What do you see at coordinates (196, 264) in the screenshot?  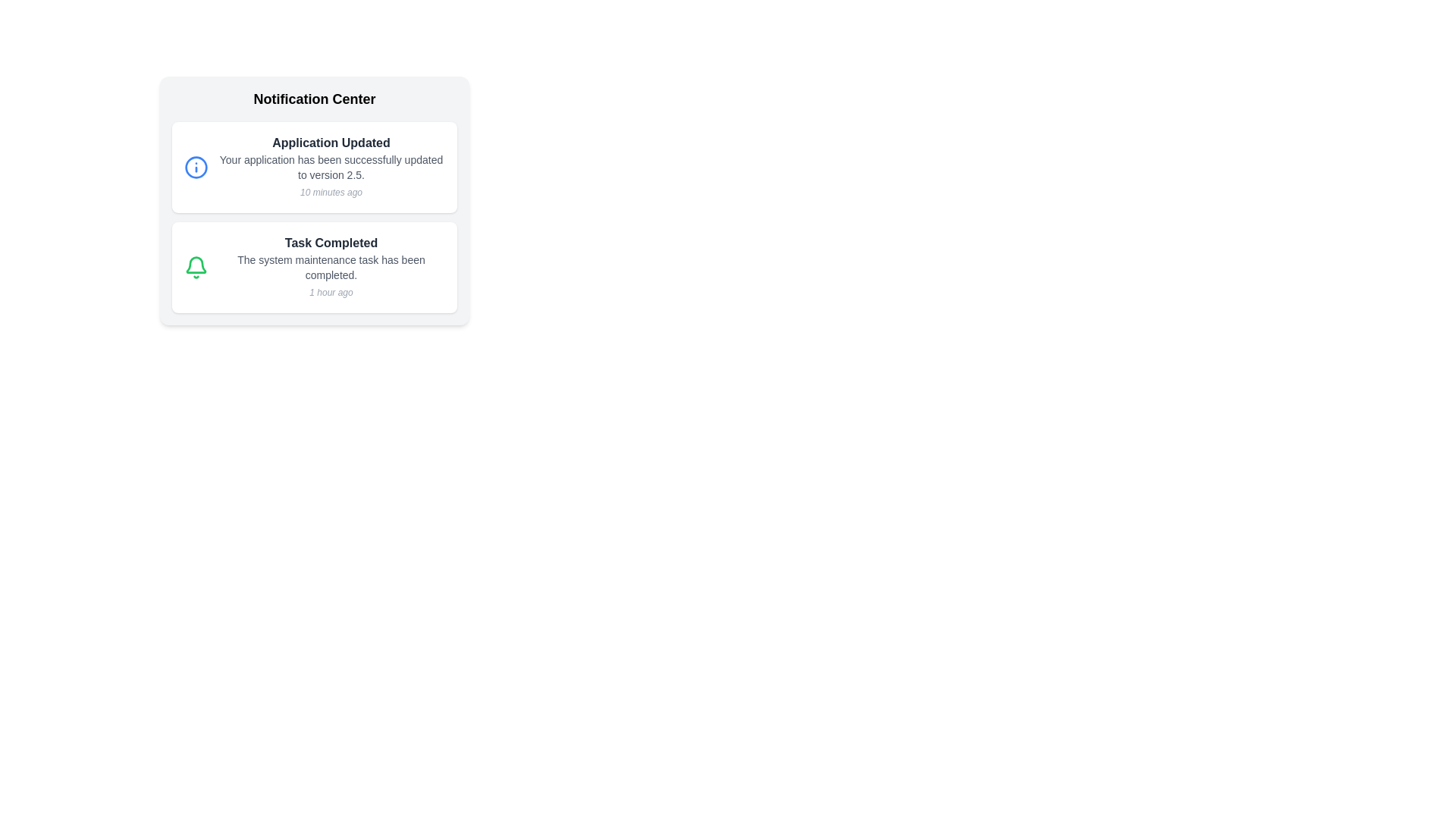 I see `the bell-shaped graphical icon located in the lower notification box titled 'Task Completed', which serves as a visual indicator for notifications or alerts` at bounding box center [196, 264].